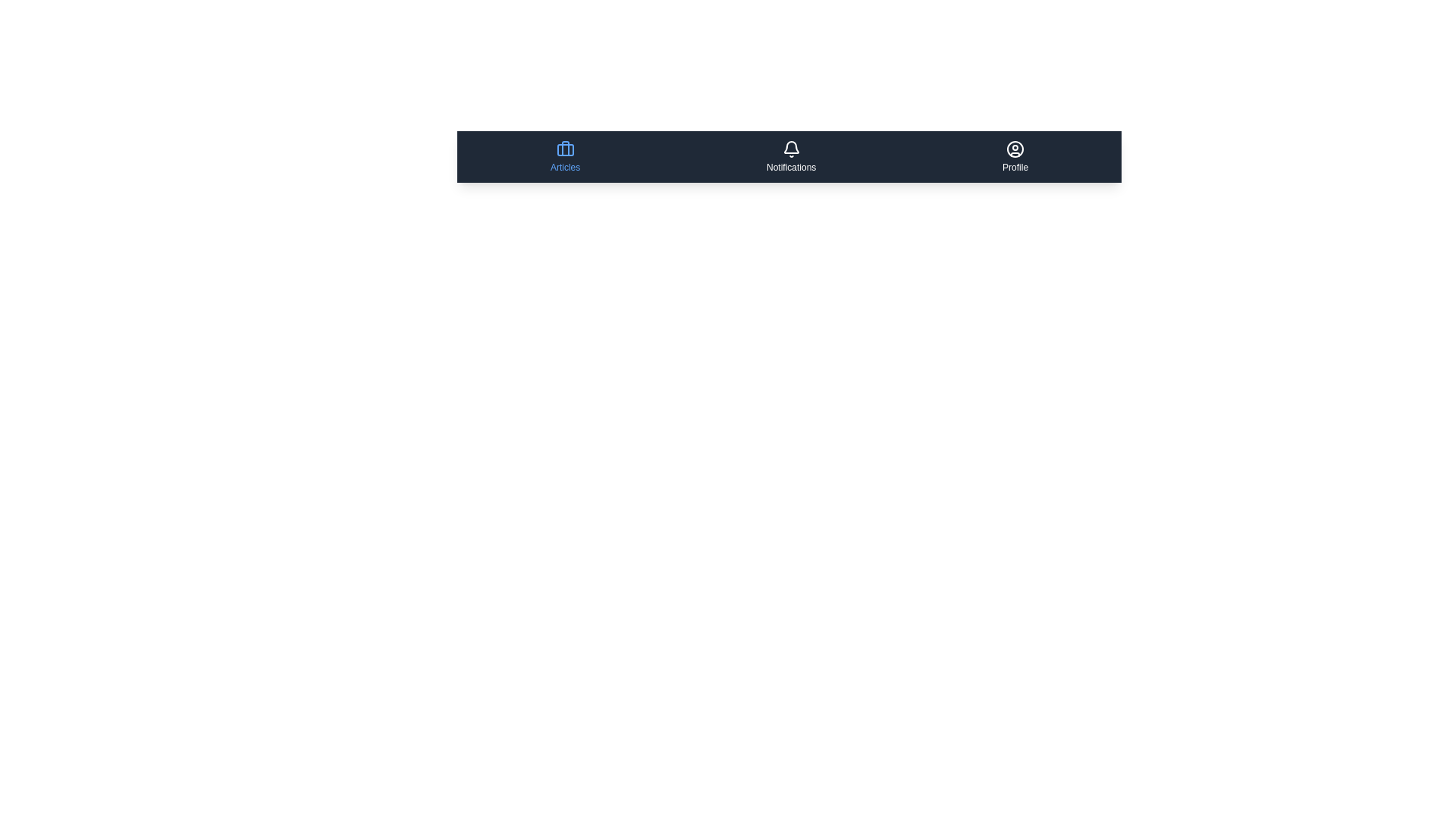  What do you see at coordinates (1015, 157) in the screenshot?
I see `the Profile menu item to navigate` at bounding box center [1015, 157].